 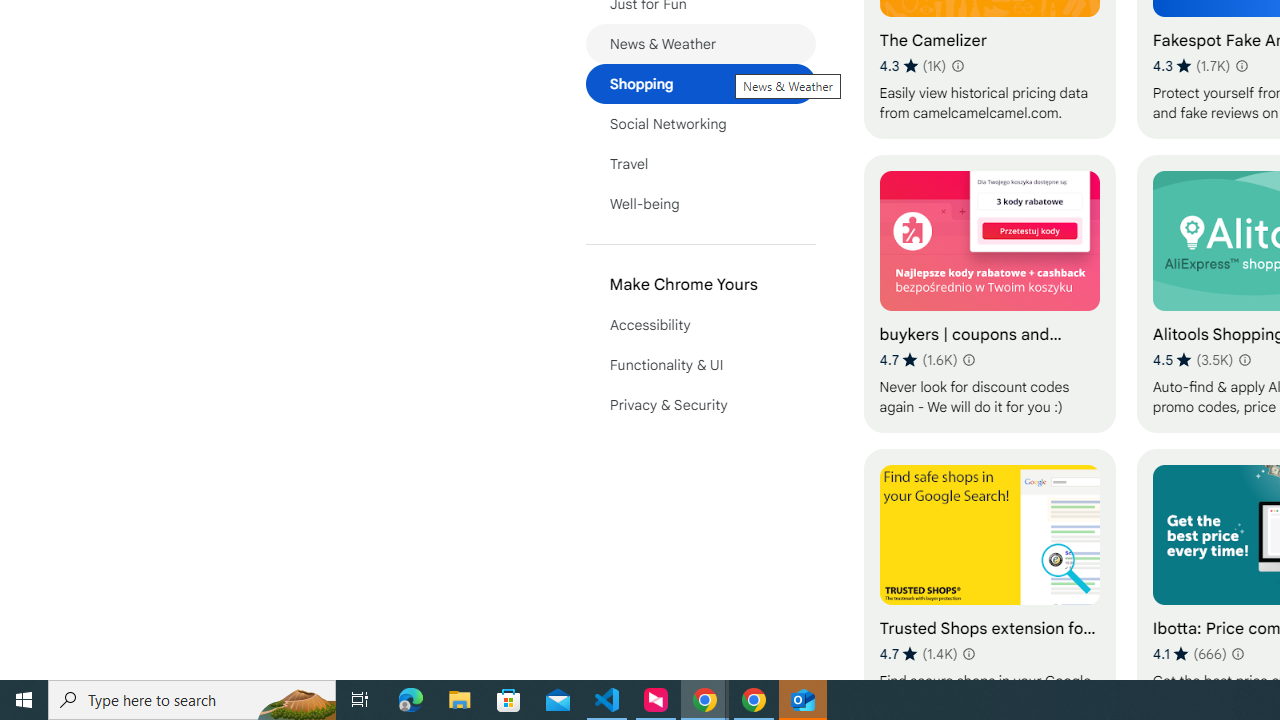 I want to click on 'buykers | coupons and discount codes', so click(x=989, y=293).